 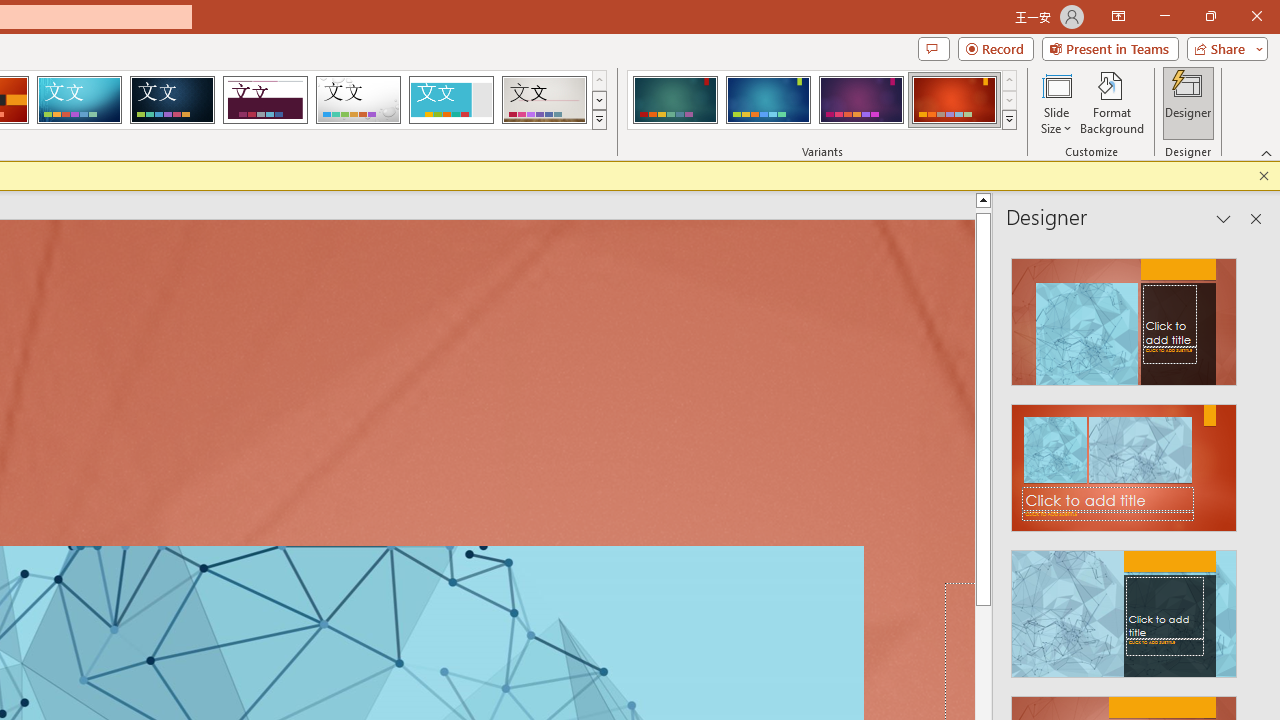 What do you see at coordinates (823, 100) in the screenshot?
I see `'AutomationID: ThemeVariantsGallery'` at bounding box center [823, 100].